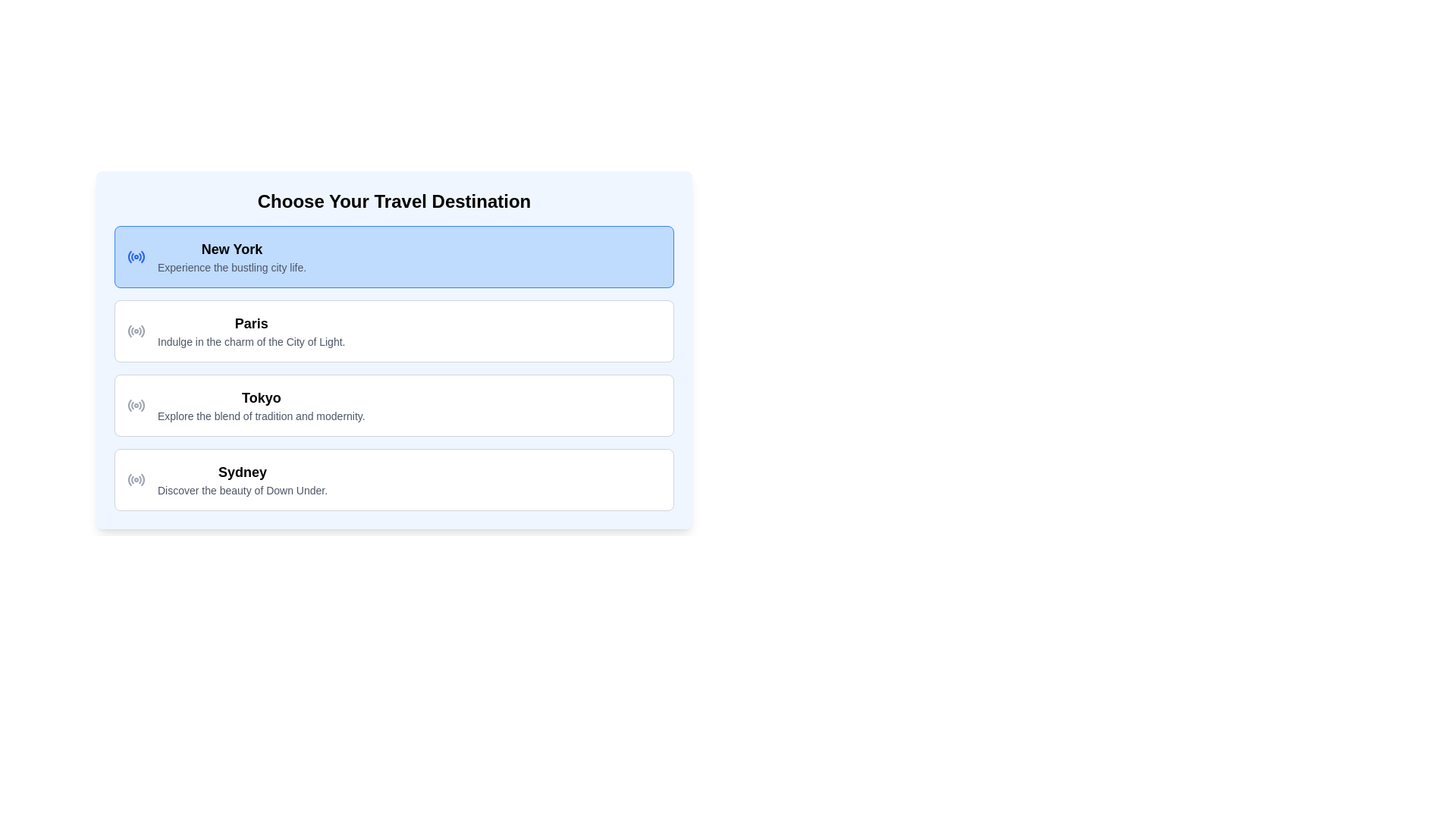 The height and width of the screenshot is (819, 1456). Describe the element at coordinates (261, 405) in the screenshot. I see `text block titled 'Tokyo' that includes the subtitle 'Explore the blend of tradition and modernity.' located in the third selectable card of the vertical list` at that location.